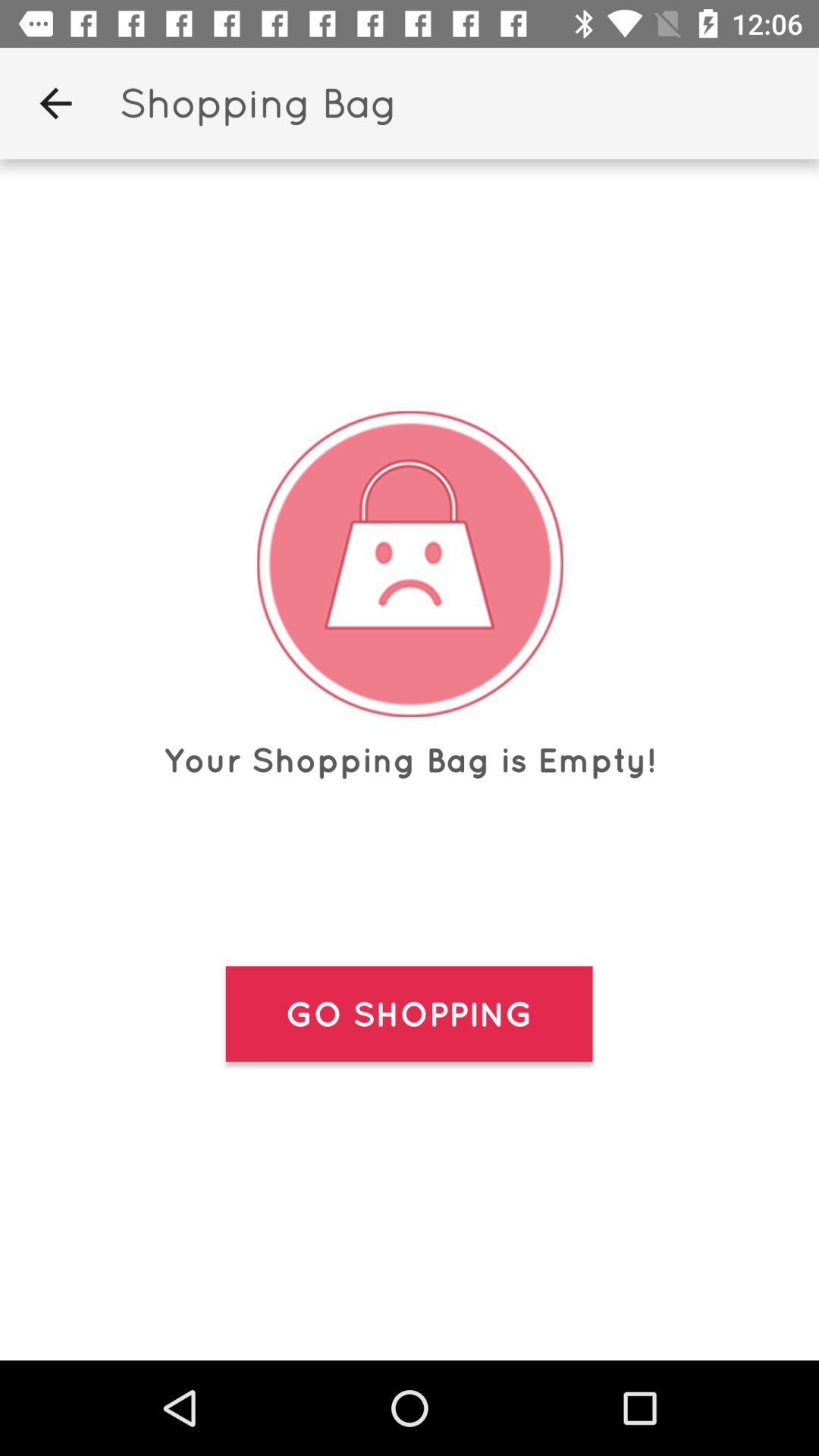 This screenshot has height=1456, width=819. What do you see at coordinates (408, 1014) in the screenshot?
I see `icon below your shopping bag` at bounding box center [408, 1014].